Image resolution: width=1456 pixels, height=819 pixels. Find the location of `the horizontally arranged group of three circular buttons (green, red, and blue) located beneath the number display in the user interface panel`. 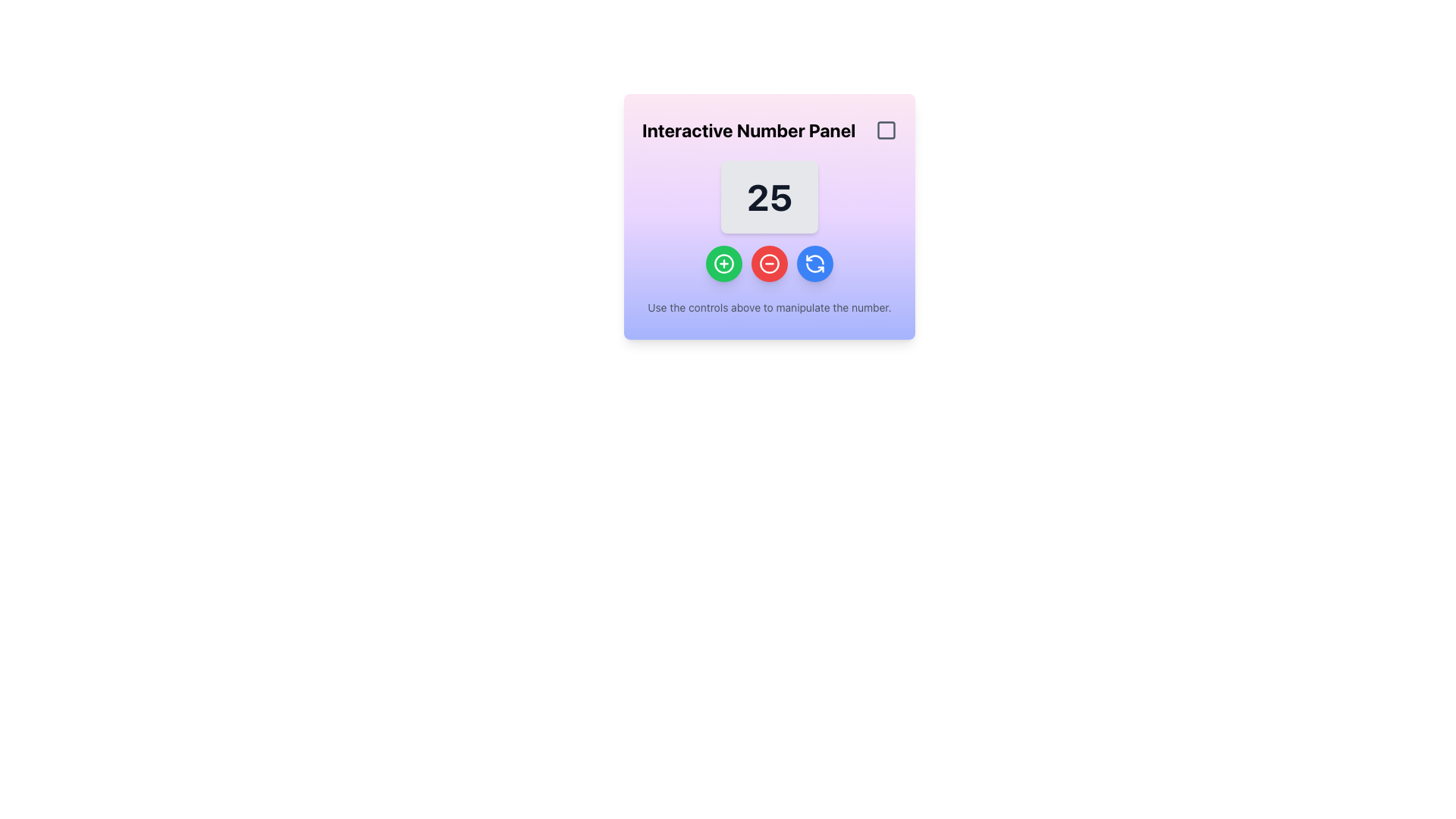

the horizontally arranged group of three circular buttons (green, red, and blue) located beneath the number display in the user interface panel is located at coordinates (769, 262).